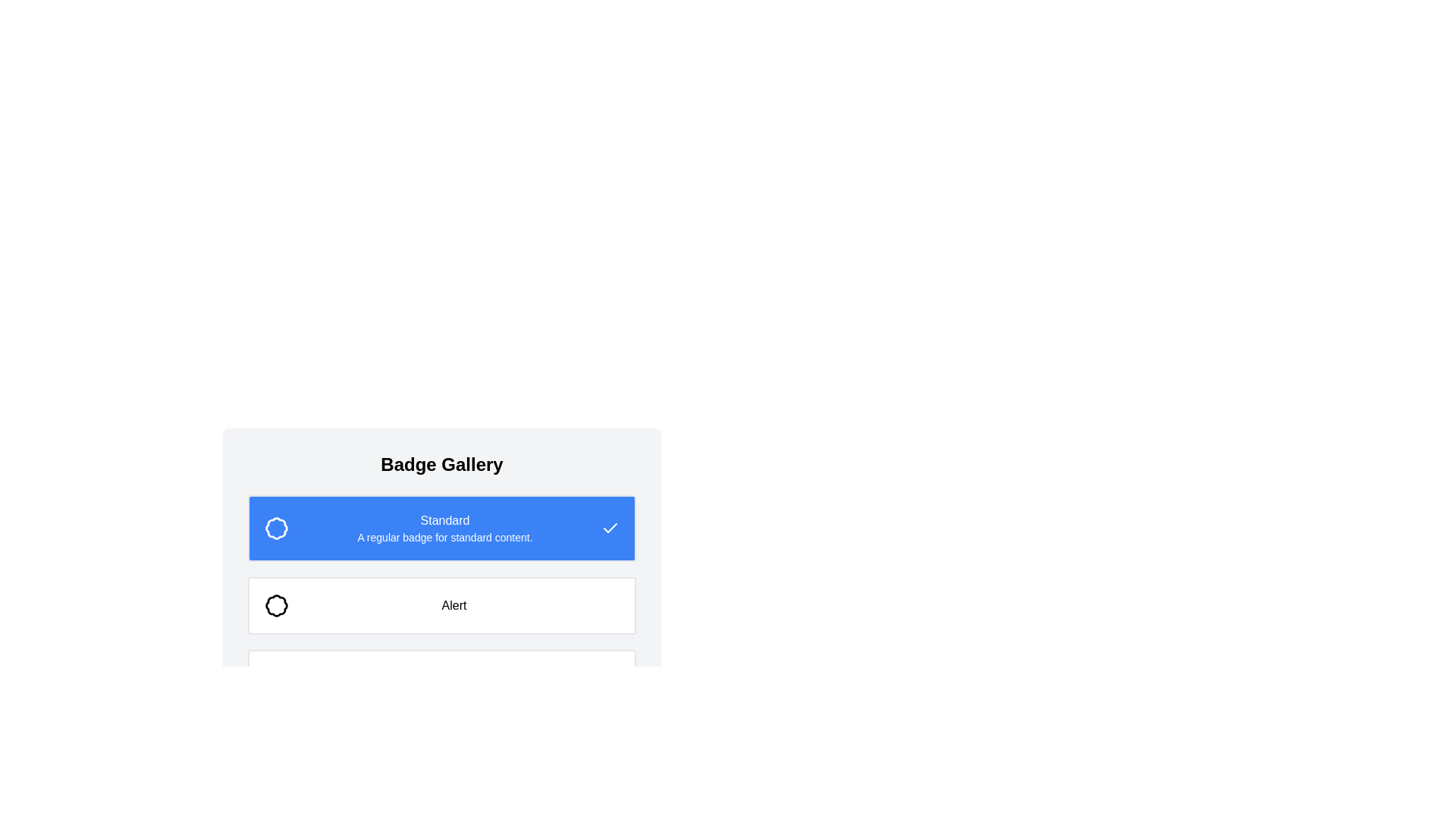 Image resolution: width=1456 pixels, height=819 pixels. I want to click on the decorative tick-shaped icon located in the top-right section of the blue 'Standard' card, which indicates a confirmed or completed status, so click(610, 527).